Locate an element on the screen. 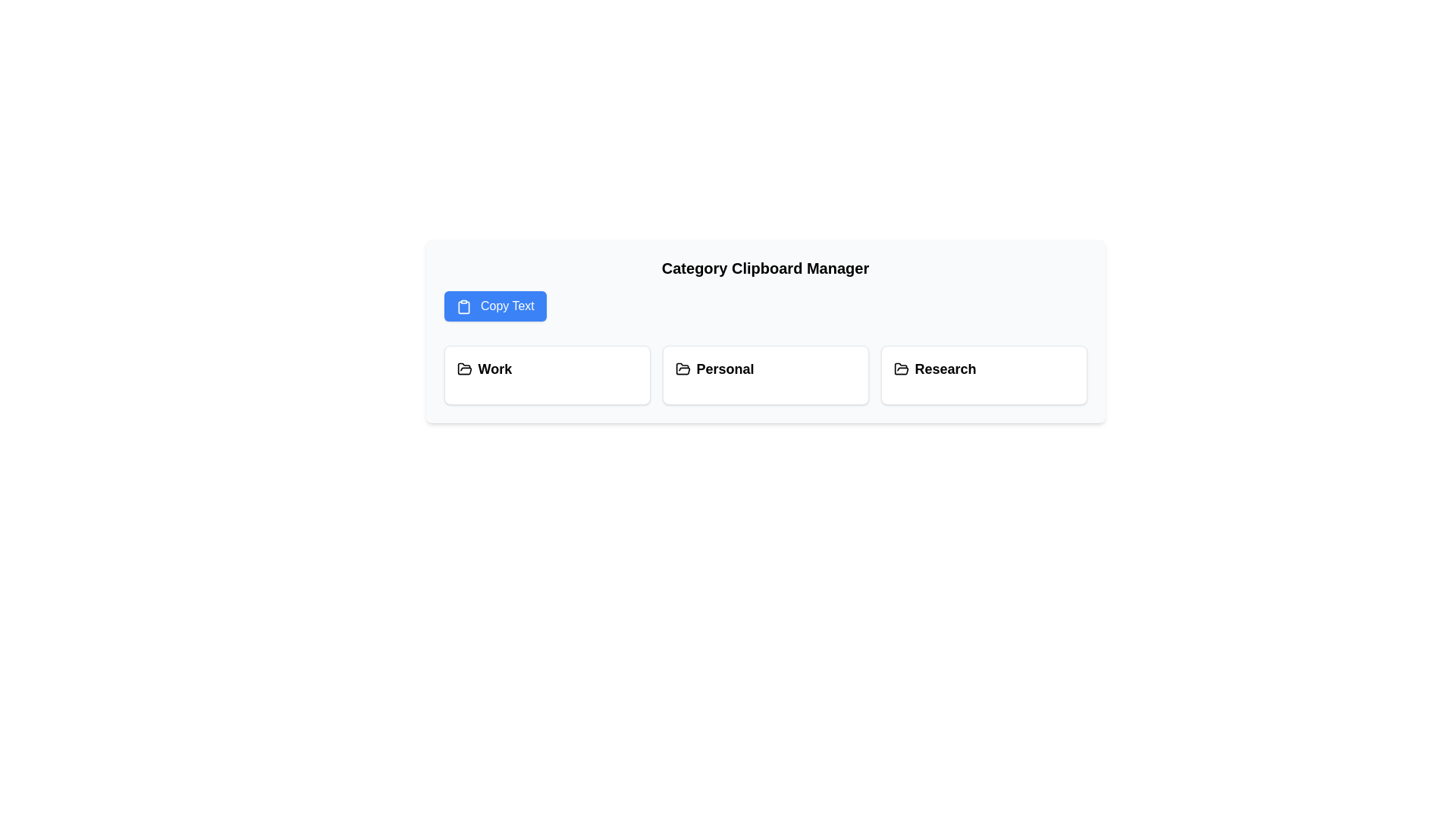  the third text label which categorizes or describes the content associated with the folder icon, located to the right of the 'Personal' label is located at coordinates (945, 369).